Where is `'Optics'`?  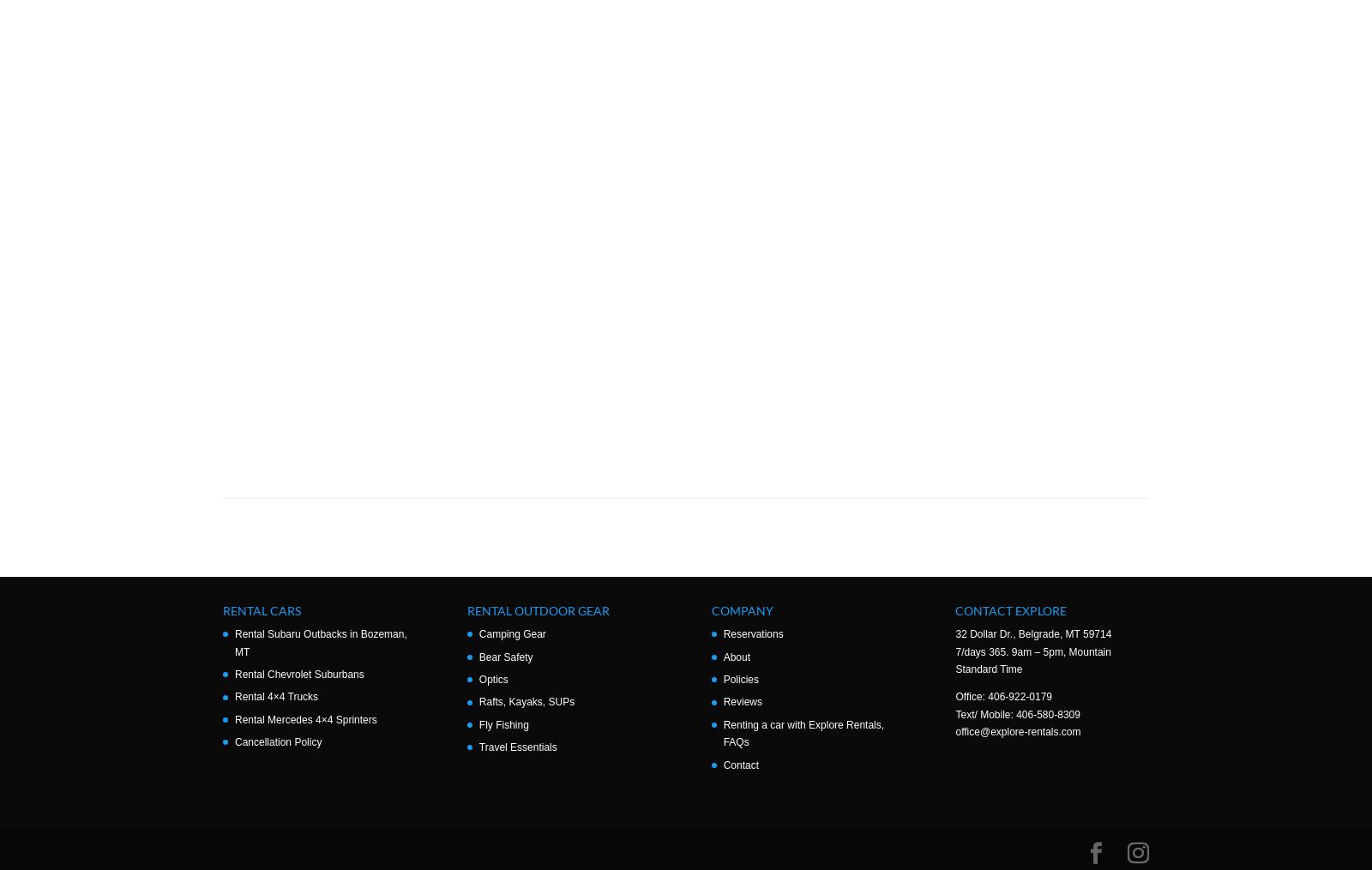 'Optics' is located at coordinates (492, 679).